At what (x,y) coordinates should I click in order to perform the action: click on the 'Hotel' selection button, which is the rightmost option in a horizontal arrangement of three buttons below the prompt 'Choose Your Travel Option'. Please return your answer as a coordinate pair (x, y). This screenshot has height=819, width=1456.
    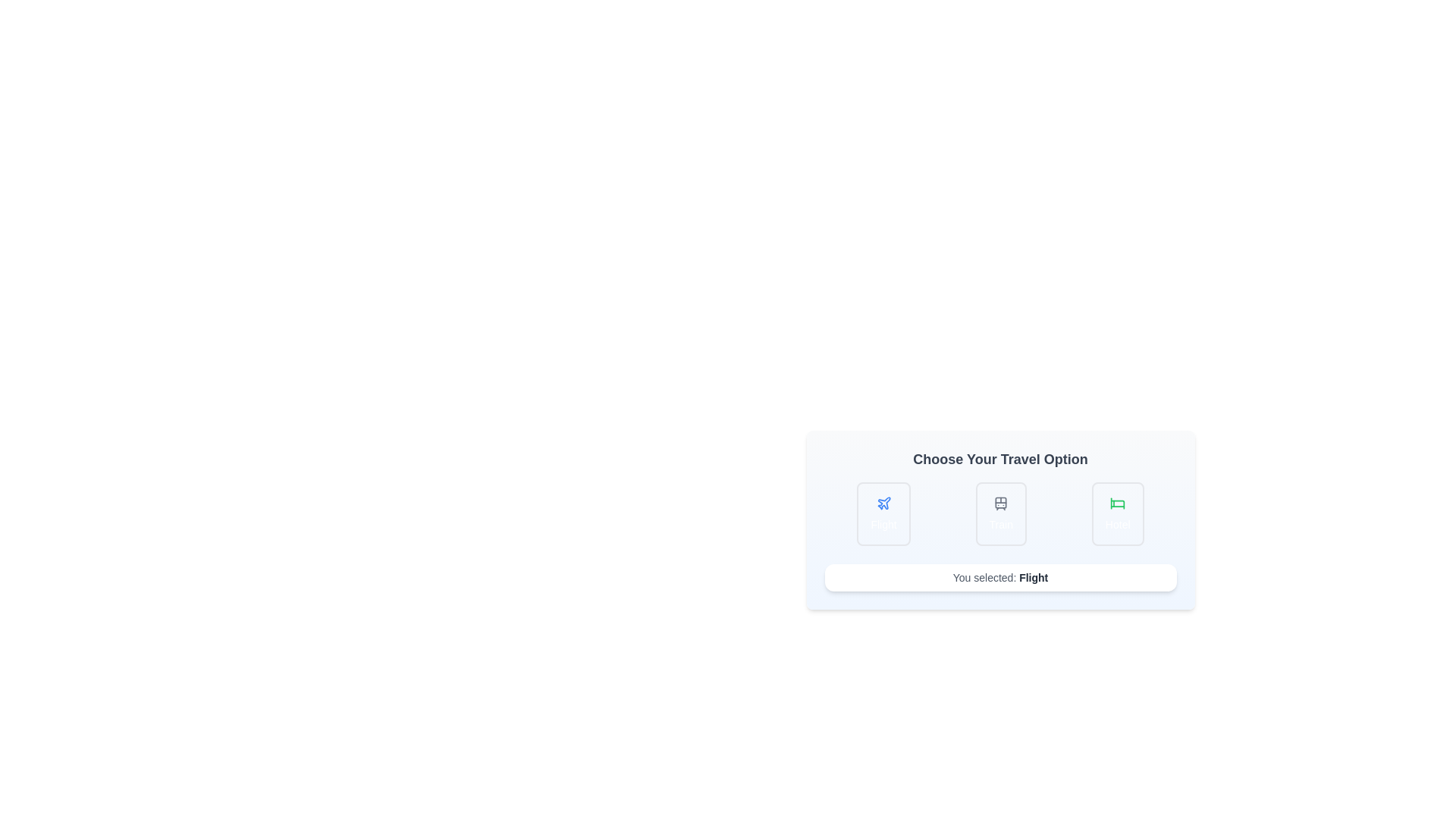
    Looking at the image, I should click on (1118, 513).